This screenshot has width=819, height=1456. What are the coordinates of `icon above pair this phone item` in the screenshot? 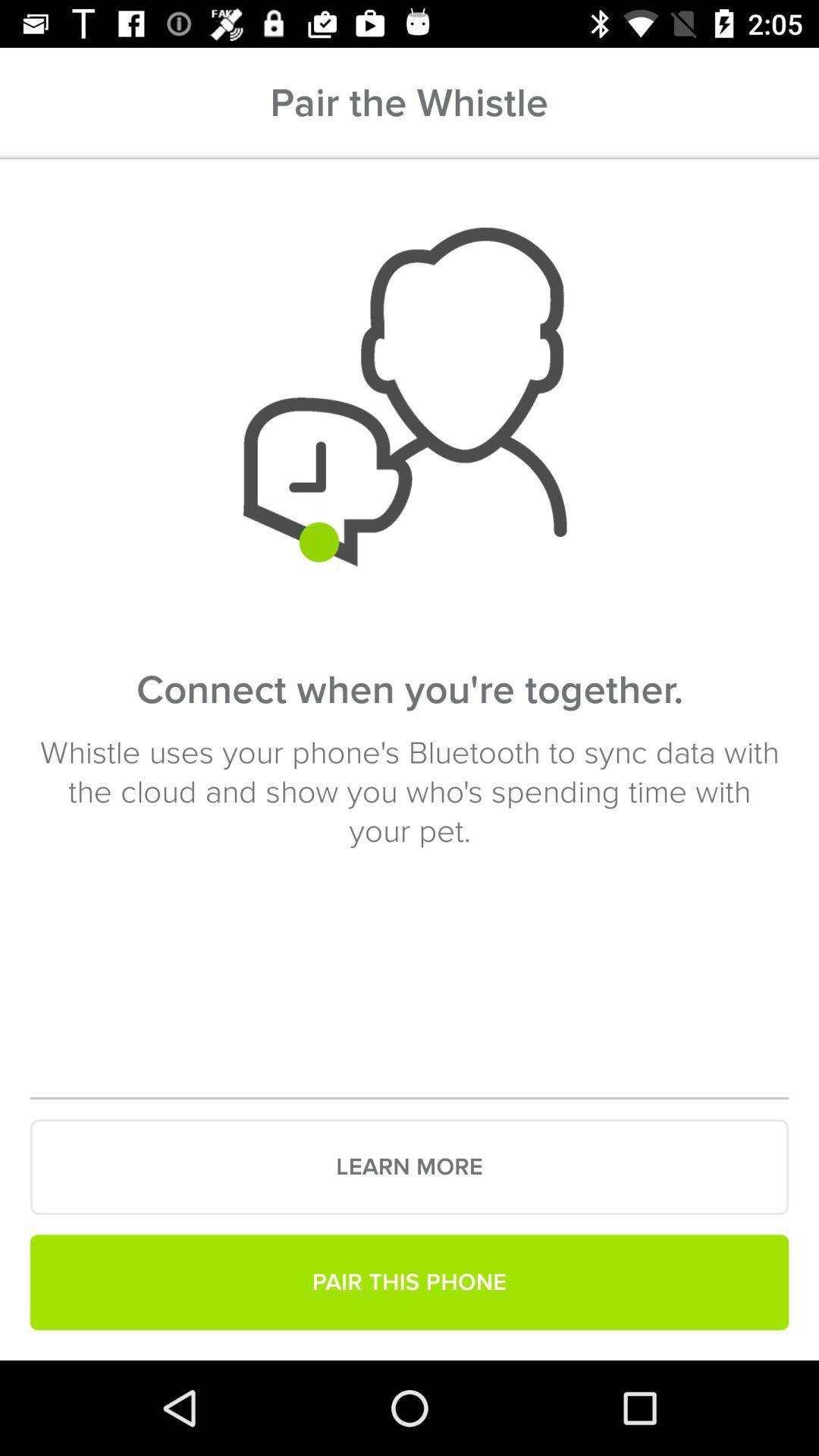 It's located at (409, 1166).